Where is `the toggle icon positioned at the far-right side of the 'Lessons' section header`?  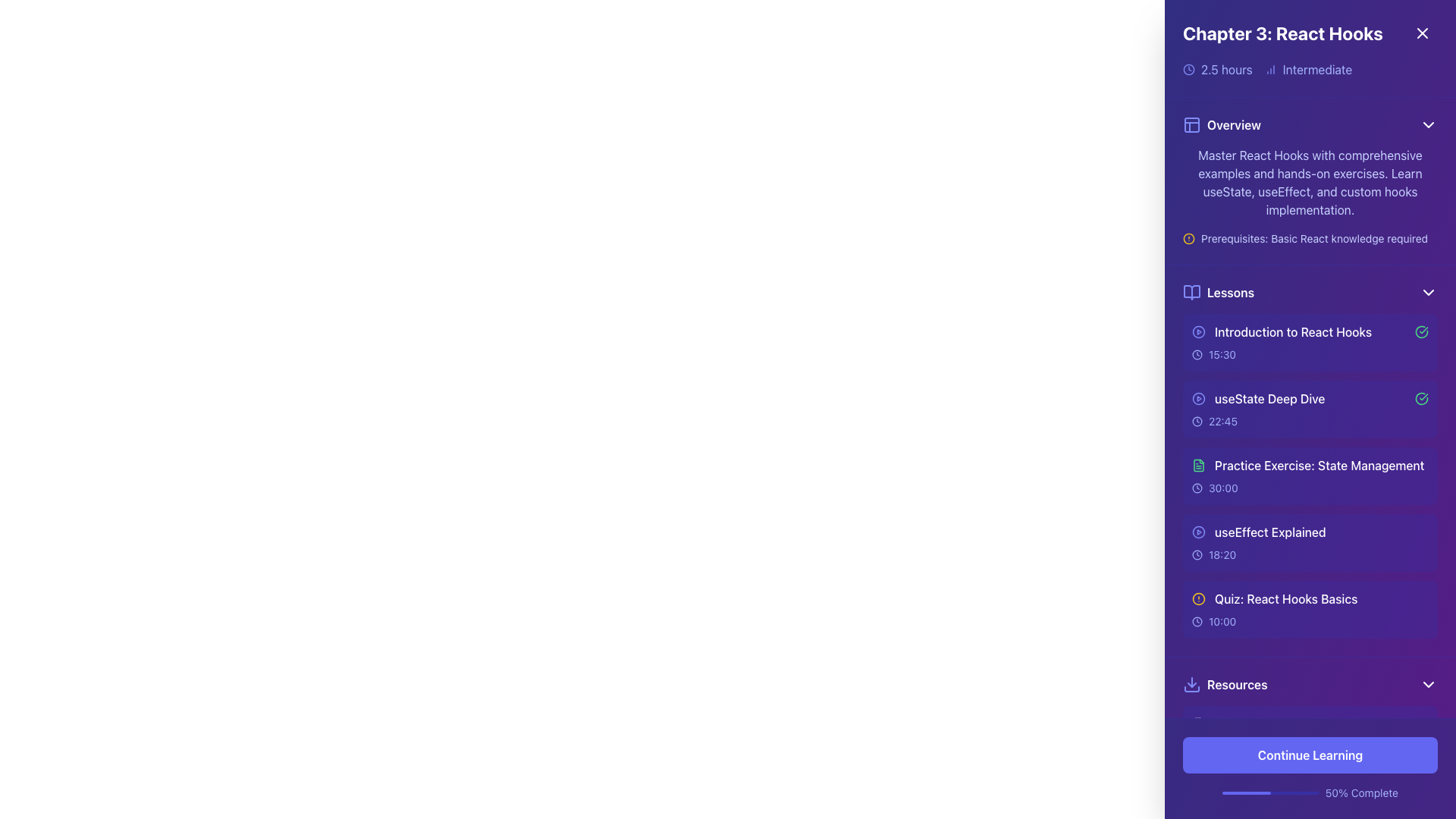 the toggle icon positioned at the far-right side of the 'Lessons' section header is located at coordinates (1427, 292).